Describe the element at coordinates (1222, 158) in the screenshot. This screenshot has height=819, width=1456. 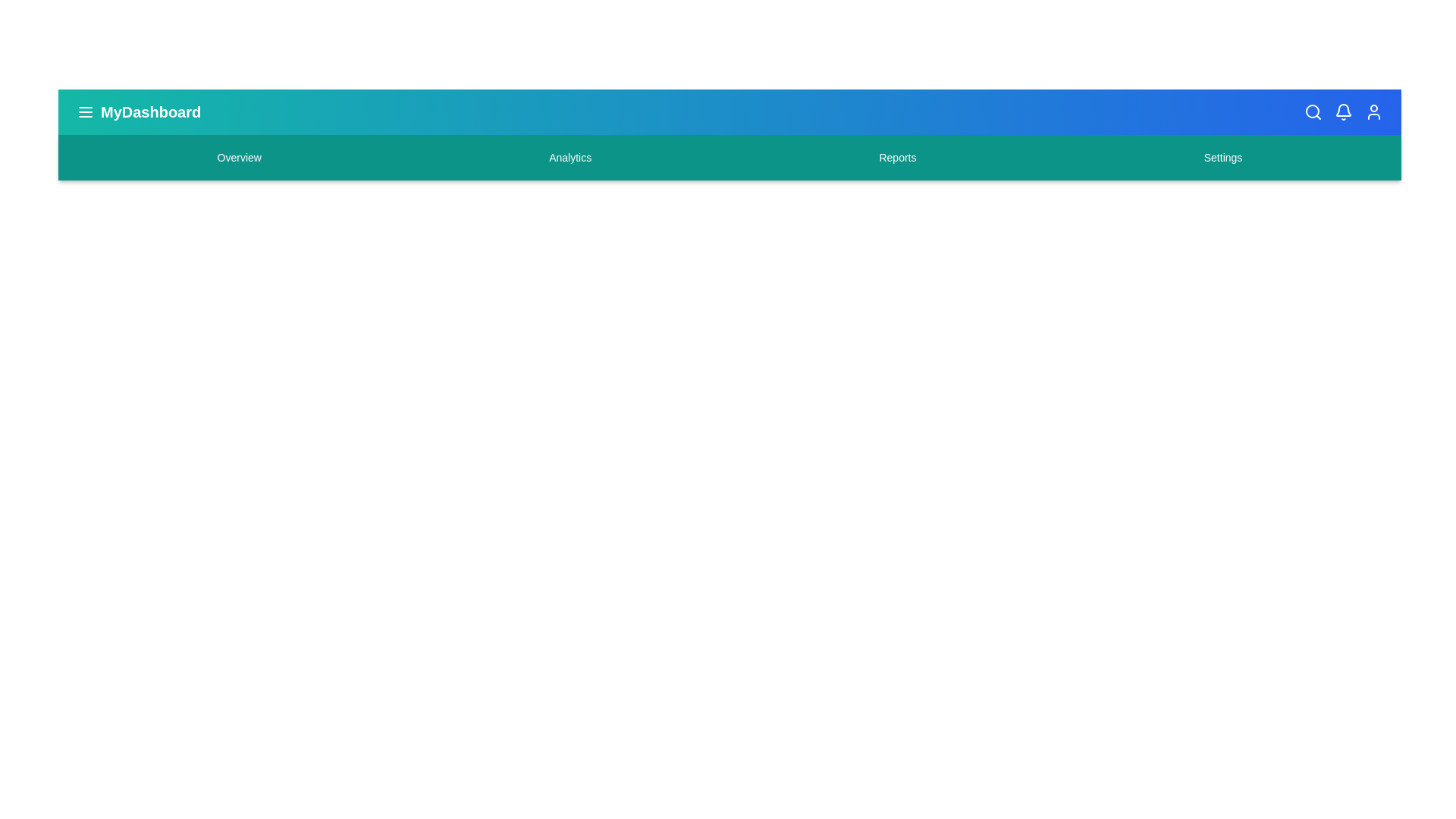
I see `the Settings navigation menu item` at that location.